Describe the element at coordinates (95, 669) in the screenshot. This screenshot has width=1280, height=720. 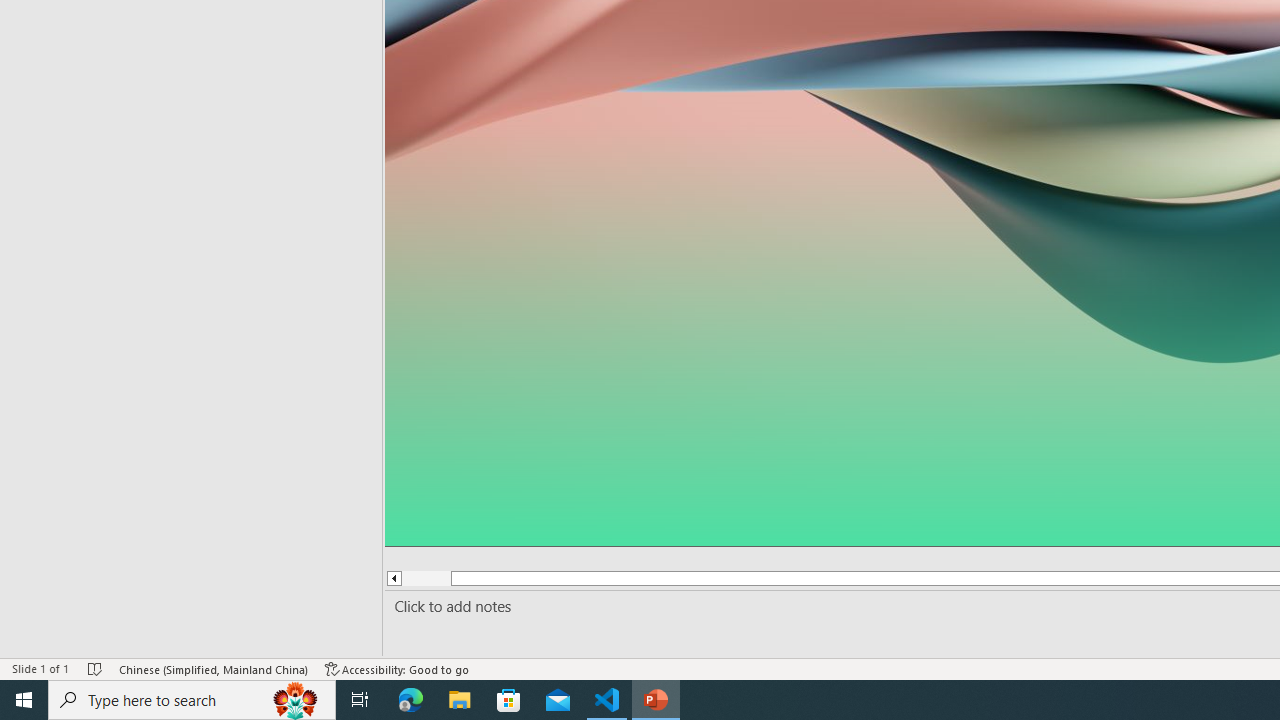
I see `'Spell Check No Errors'` at that location.